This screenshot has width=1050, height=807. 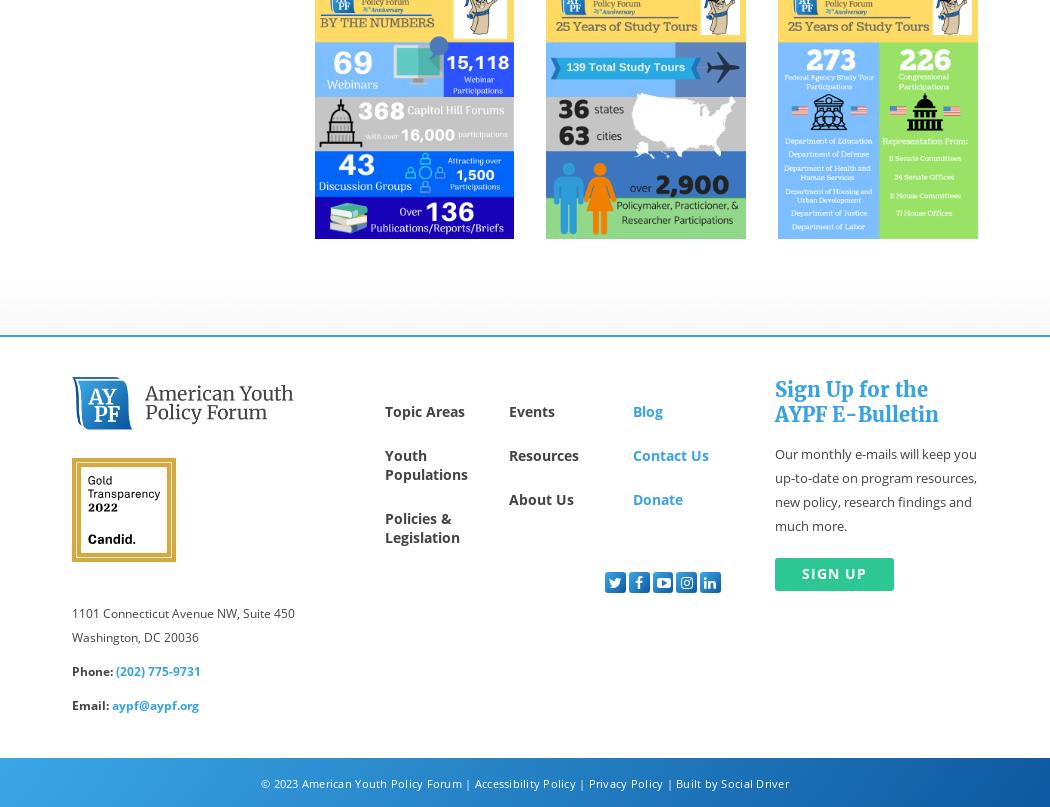 What do you see at coordinates (834, 572) in the screenshot?
I see `'Sign Up'` at bounding box center [834, 572].